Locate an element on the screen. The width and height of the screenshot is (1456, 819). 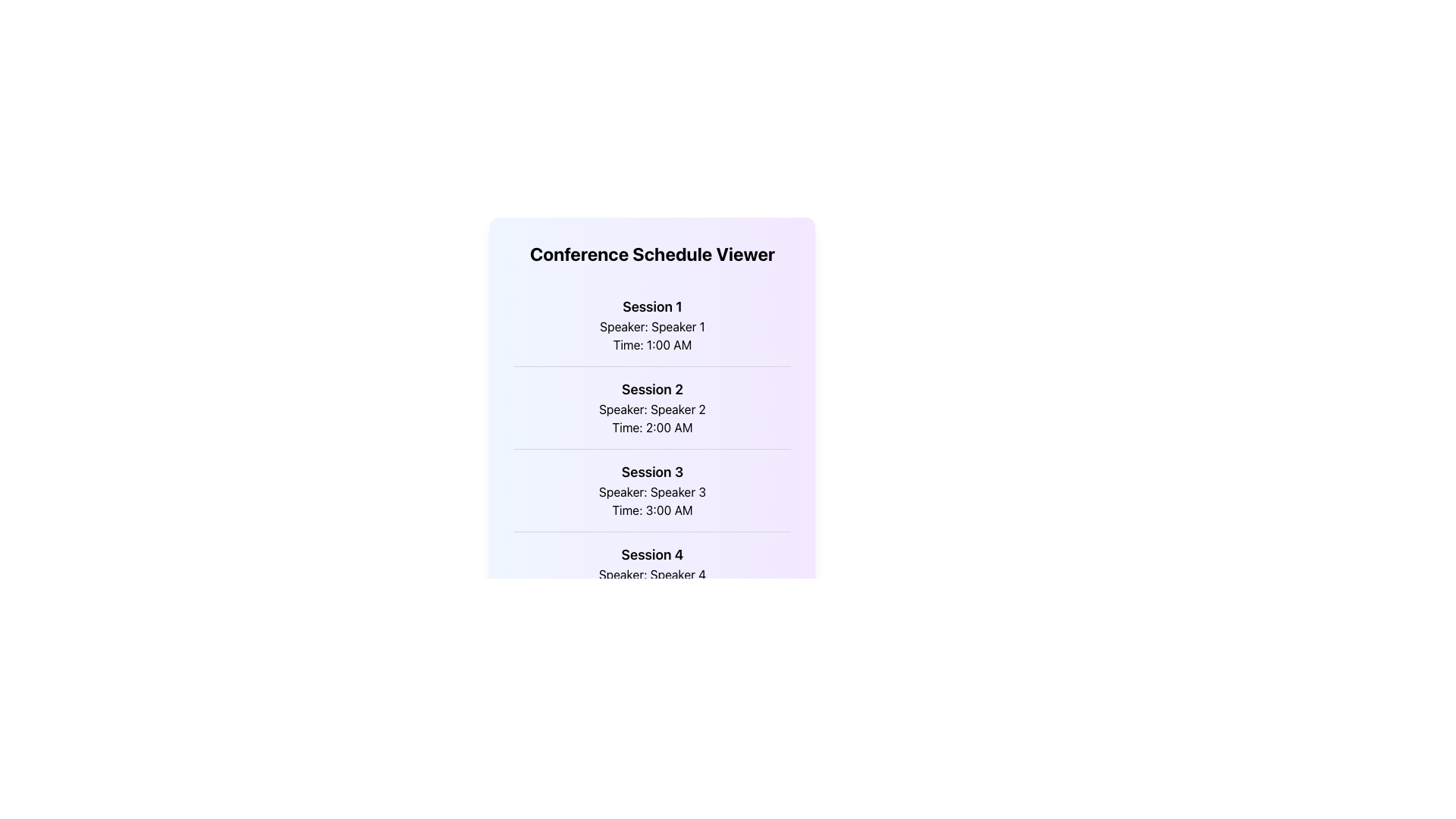
the static text label that provides the speaker information for 'Session 2' in the conference schedule is located at coordinates (652, 409).